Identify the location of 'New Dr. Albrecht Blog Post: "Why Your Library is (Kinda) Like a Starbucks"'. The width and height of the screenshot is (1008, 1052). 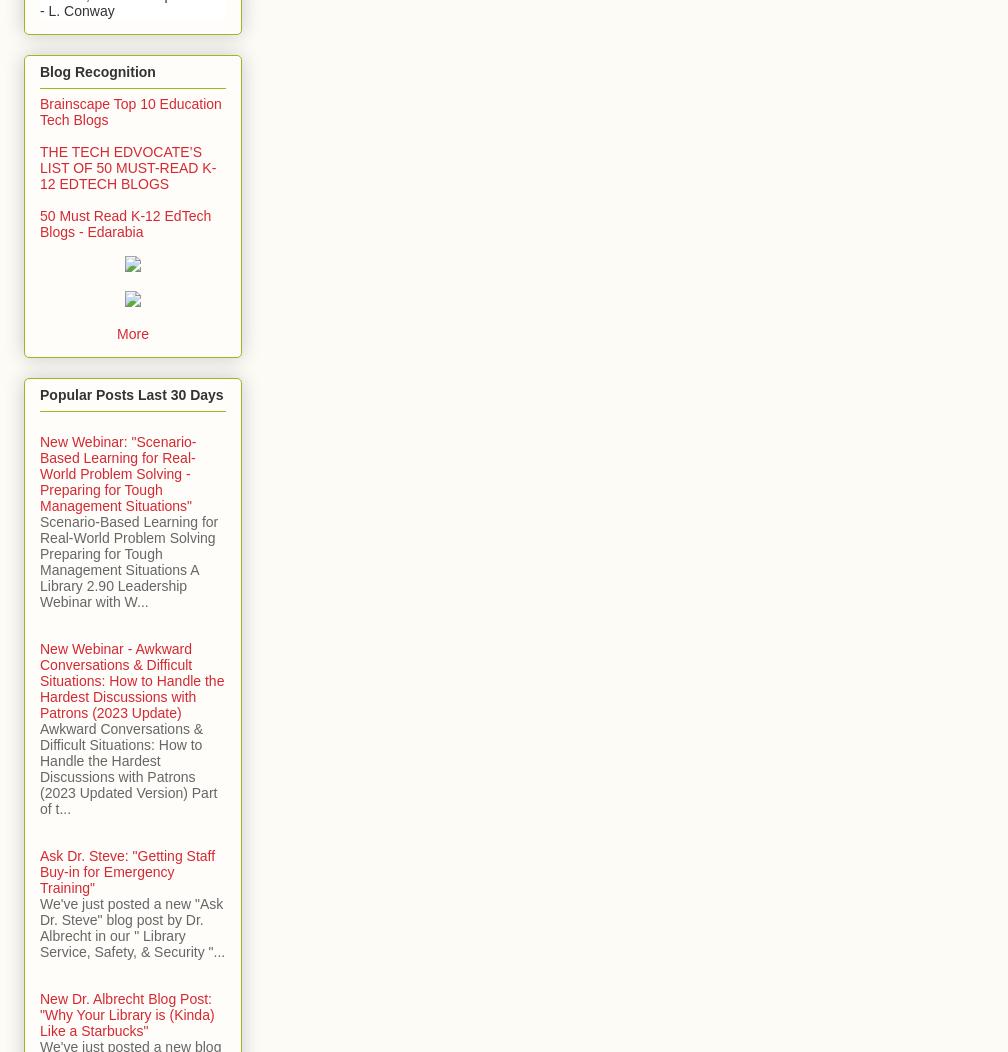
(127, 1013).